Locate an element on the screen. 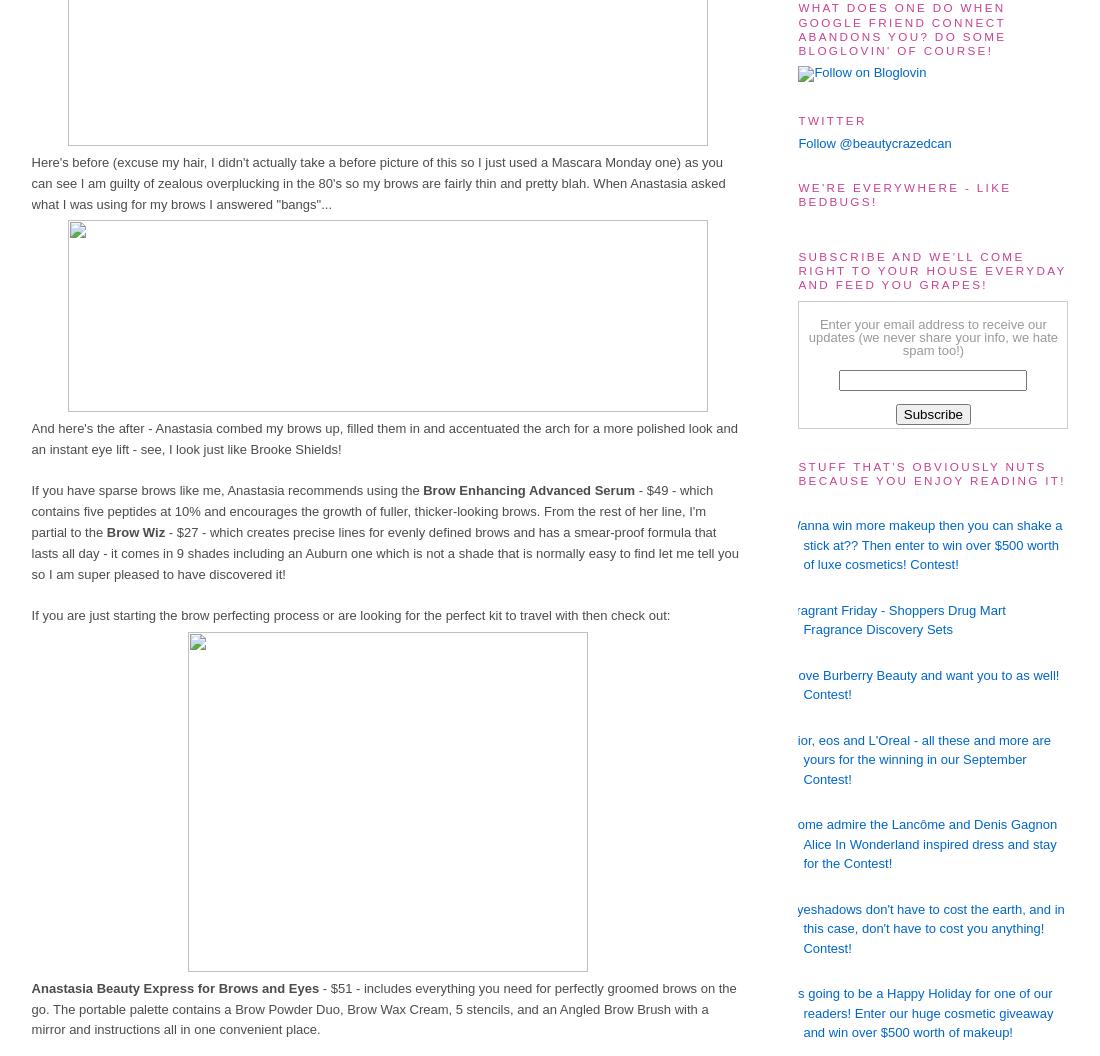  'Brow Wiz' is located at coordinates (135, 532).